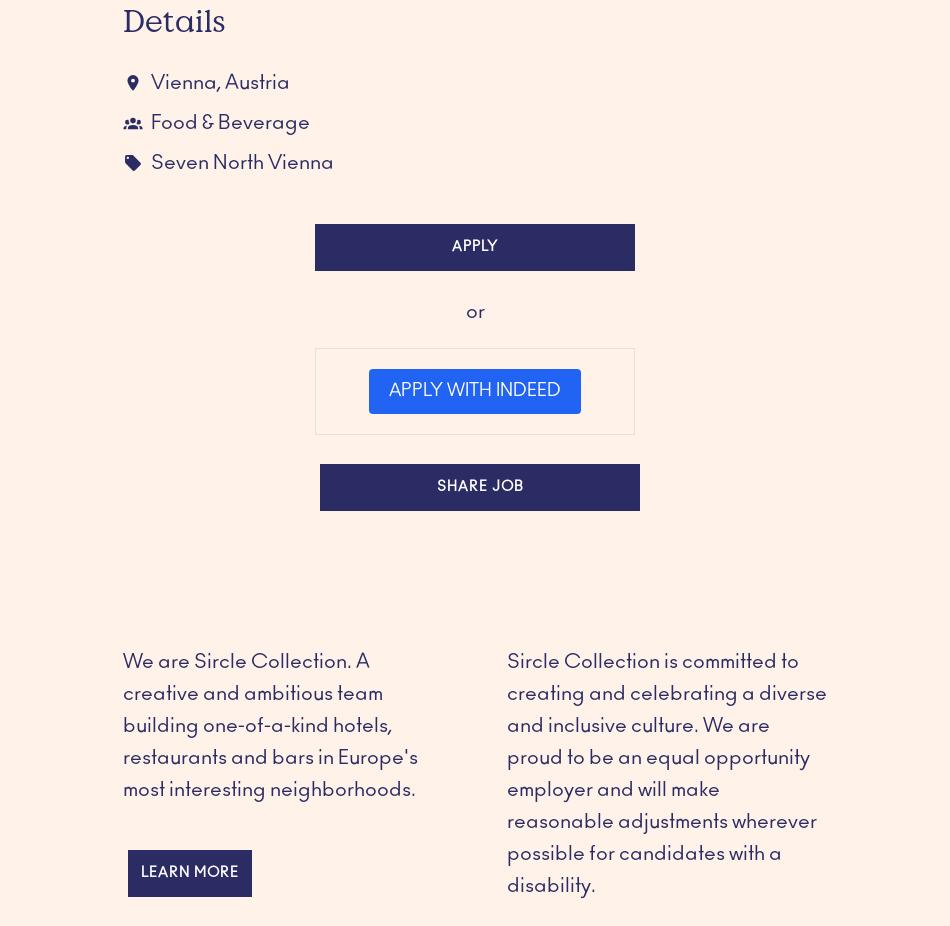 This screenshot has width=950, height=926. I want to click on 'learn more', so click(190, 872).